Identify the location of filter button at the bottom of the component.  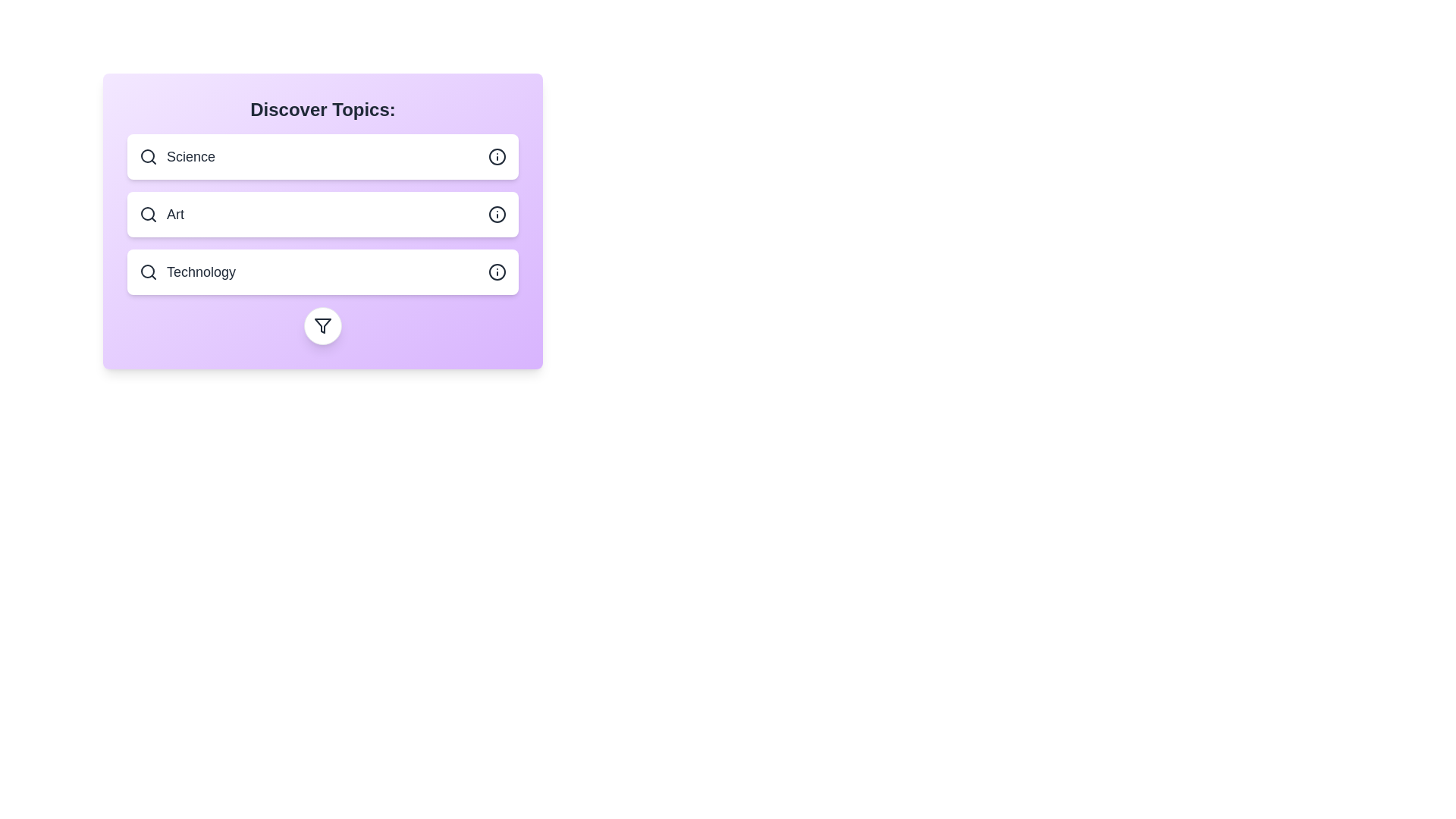
(322, 325).